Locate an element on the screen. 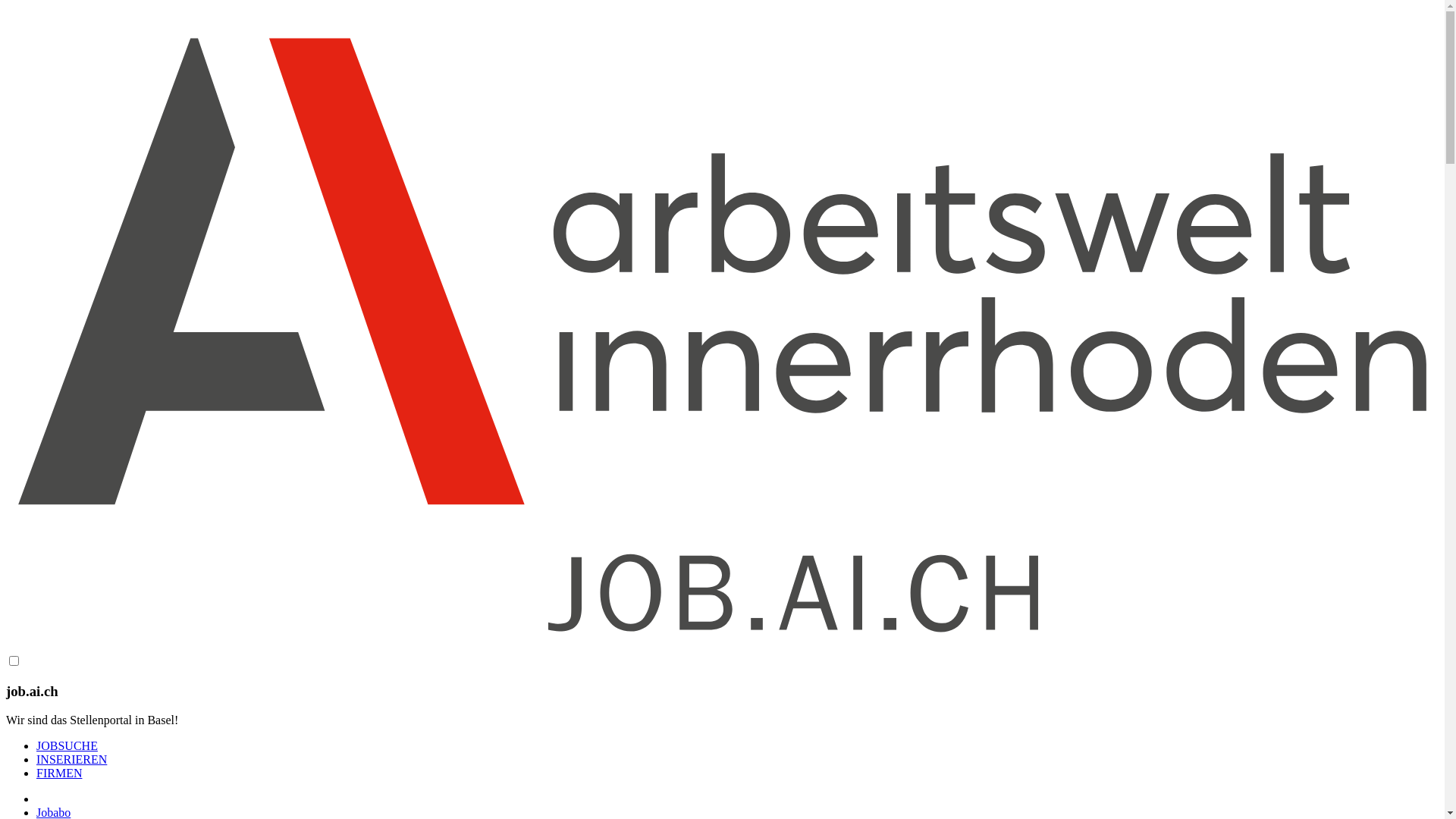 The image size is (1456, 819). 'FIRMEN' is located at coordinates (58, 773).